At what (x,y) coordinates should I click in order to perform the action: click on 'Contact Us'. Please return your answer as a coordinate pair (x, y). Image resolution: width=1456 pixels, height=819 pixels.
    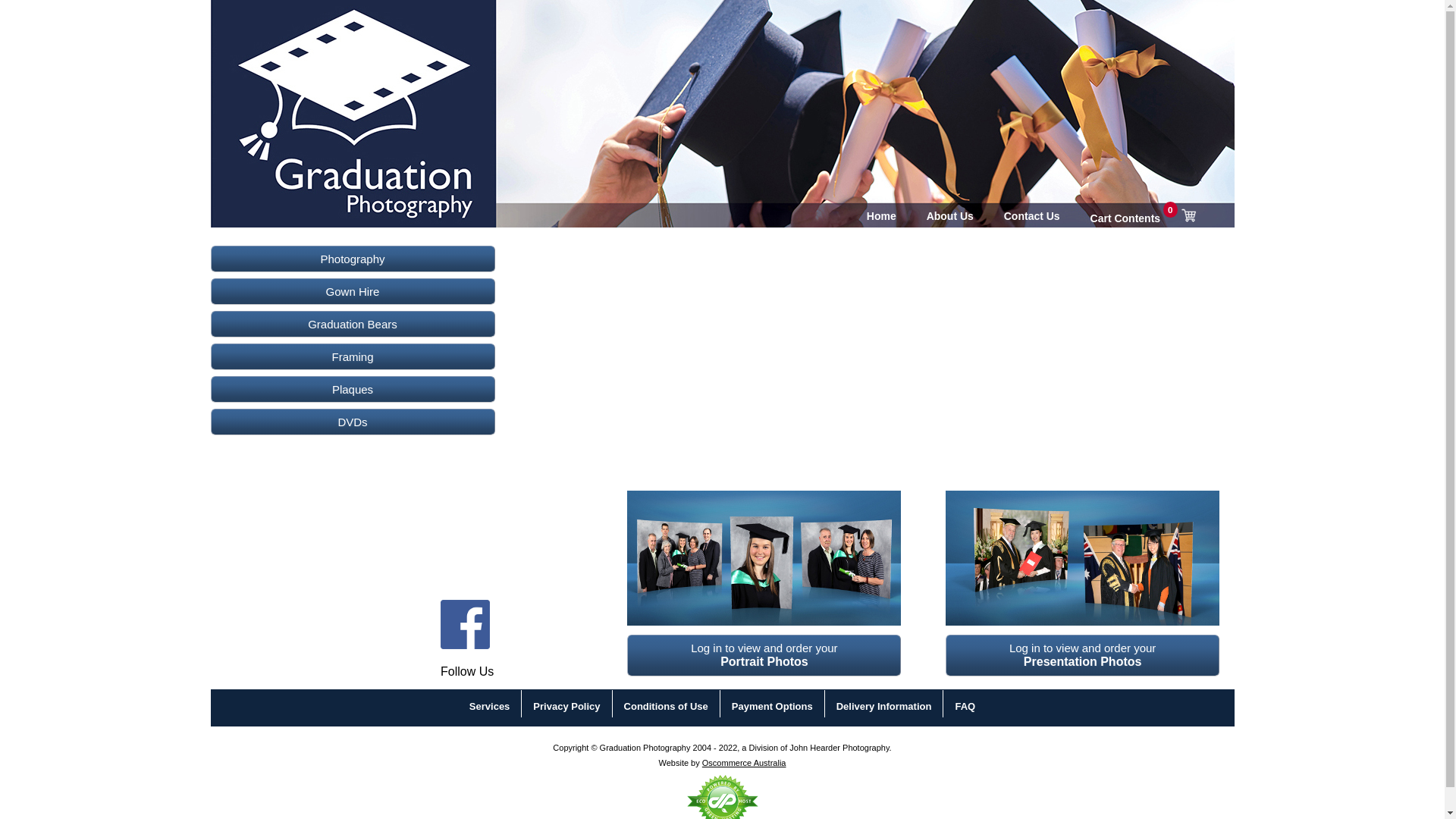
    Looking at the image, I should click on (1031, 216).